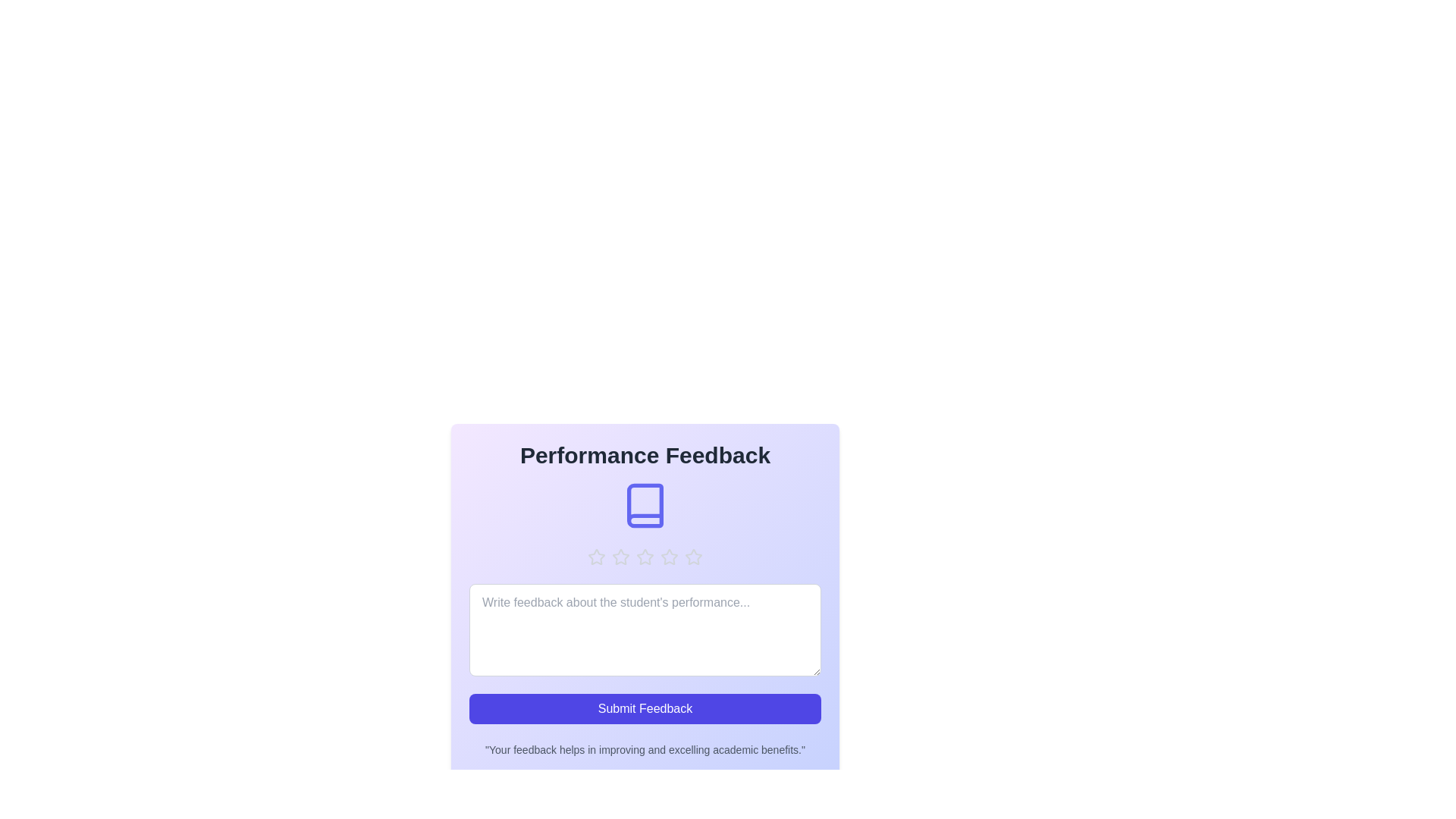 The height and width of the screenshot is (819, 1456). What do you see at coordinates (596, 557) in the screenshot?
I see `the star corresponding to 1 to set the rating` at bounding box center [596, 557].